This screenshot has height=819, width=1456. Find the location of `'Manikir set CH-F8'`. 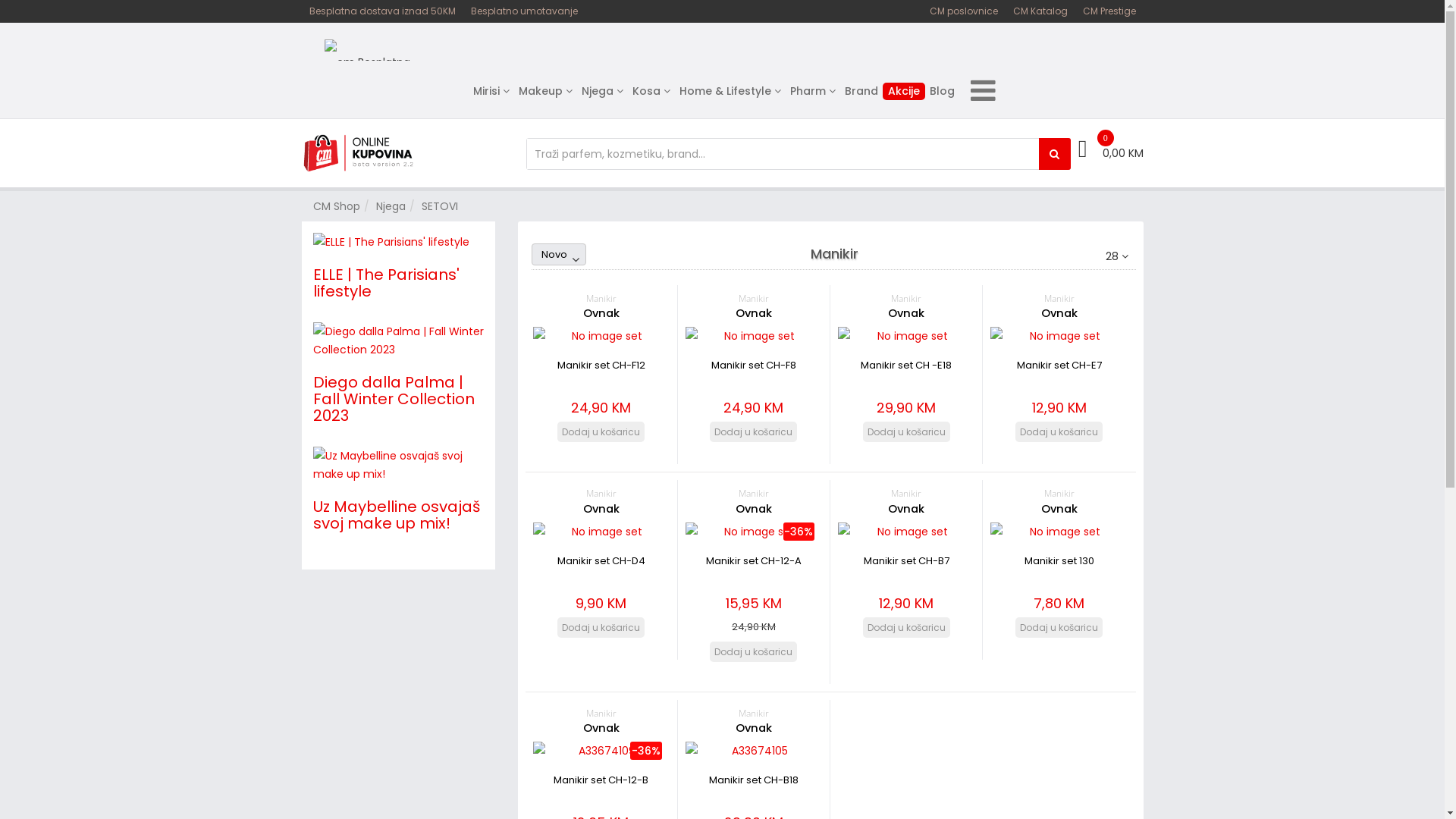

'Manikir set CH-F8' is located at coordinates (753, 365).